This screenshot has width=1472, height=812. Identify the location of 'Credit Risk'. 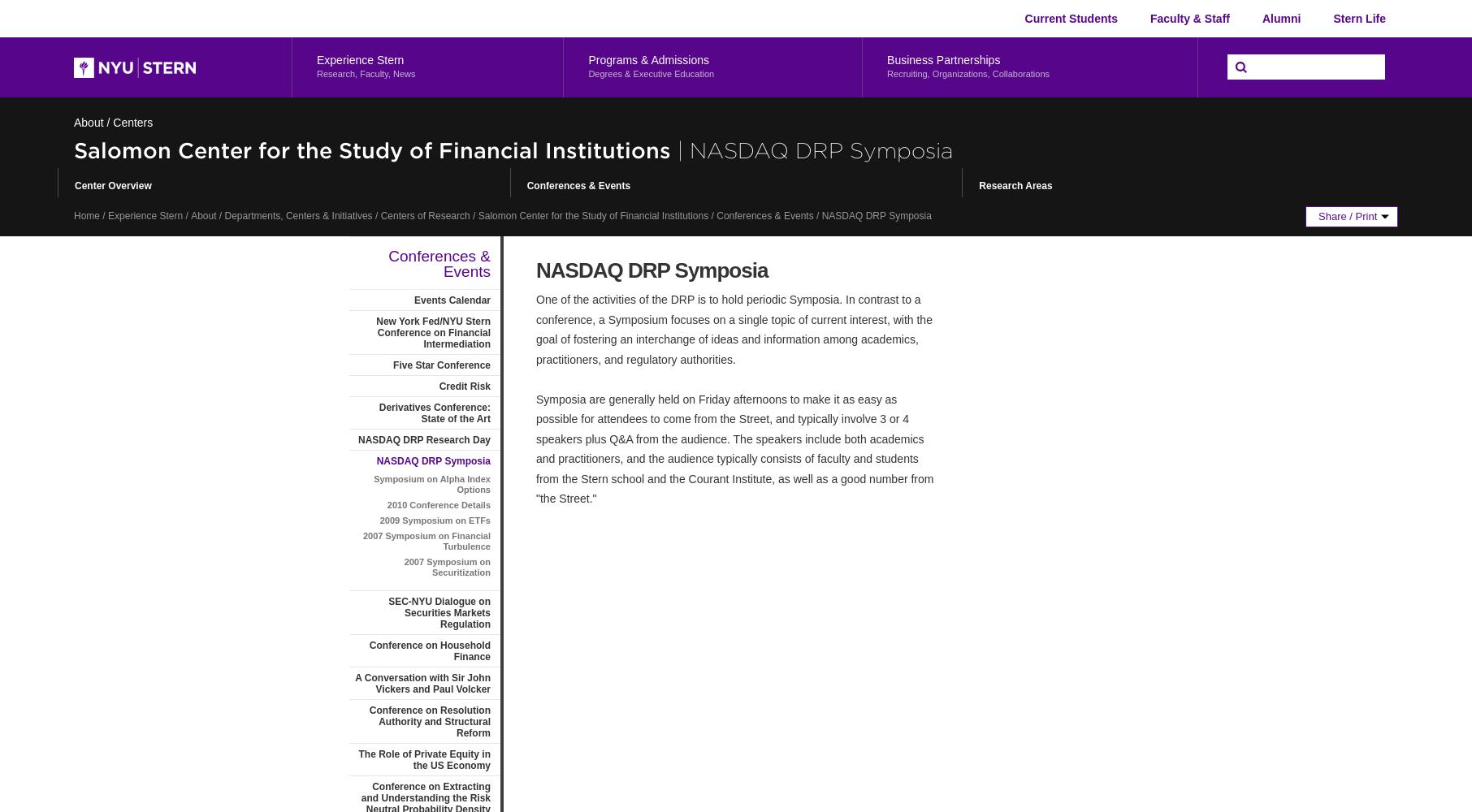
(464, 386).